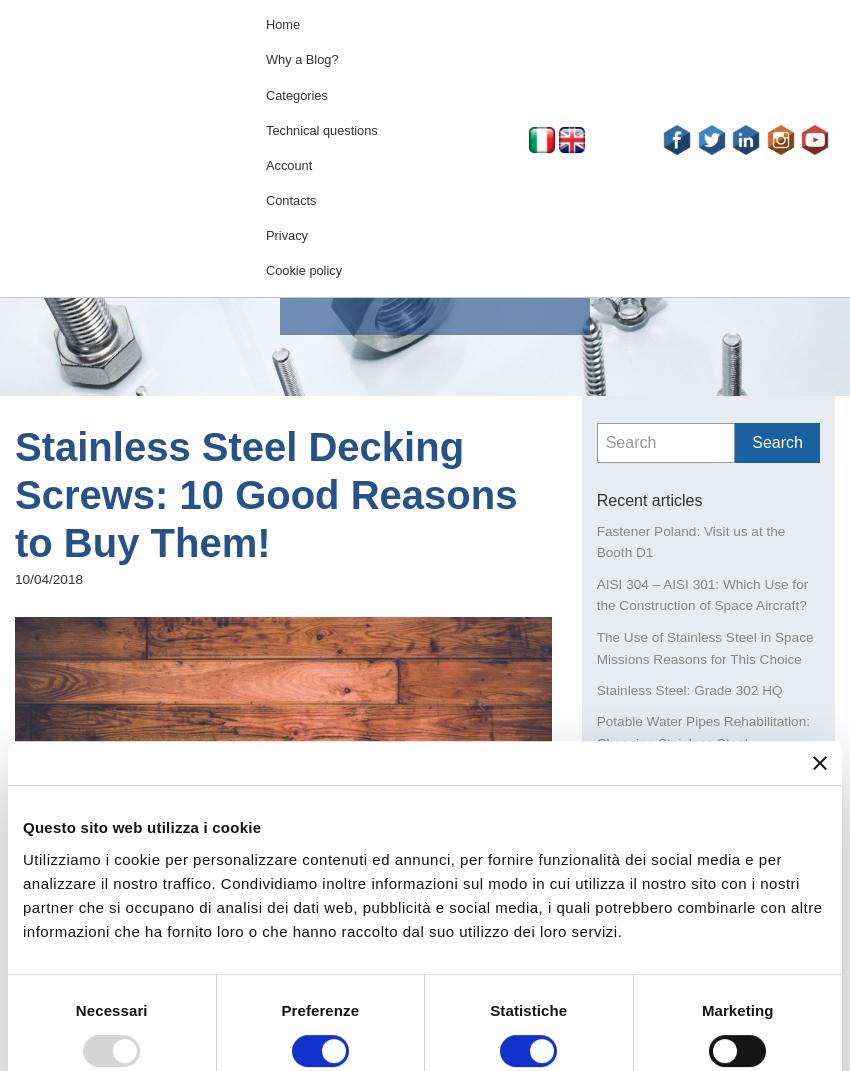 The height and width of the screenshot is (1071, 850). What do you see at coordinates (255, 1037) in the screenshot?
I see `'are the solution to your problems!'` at bounding box center [255, 1037].